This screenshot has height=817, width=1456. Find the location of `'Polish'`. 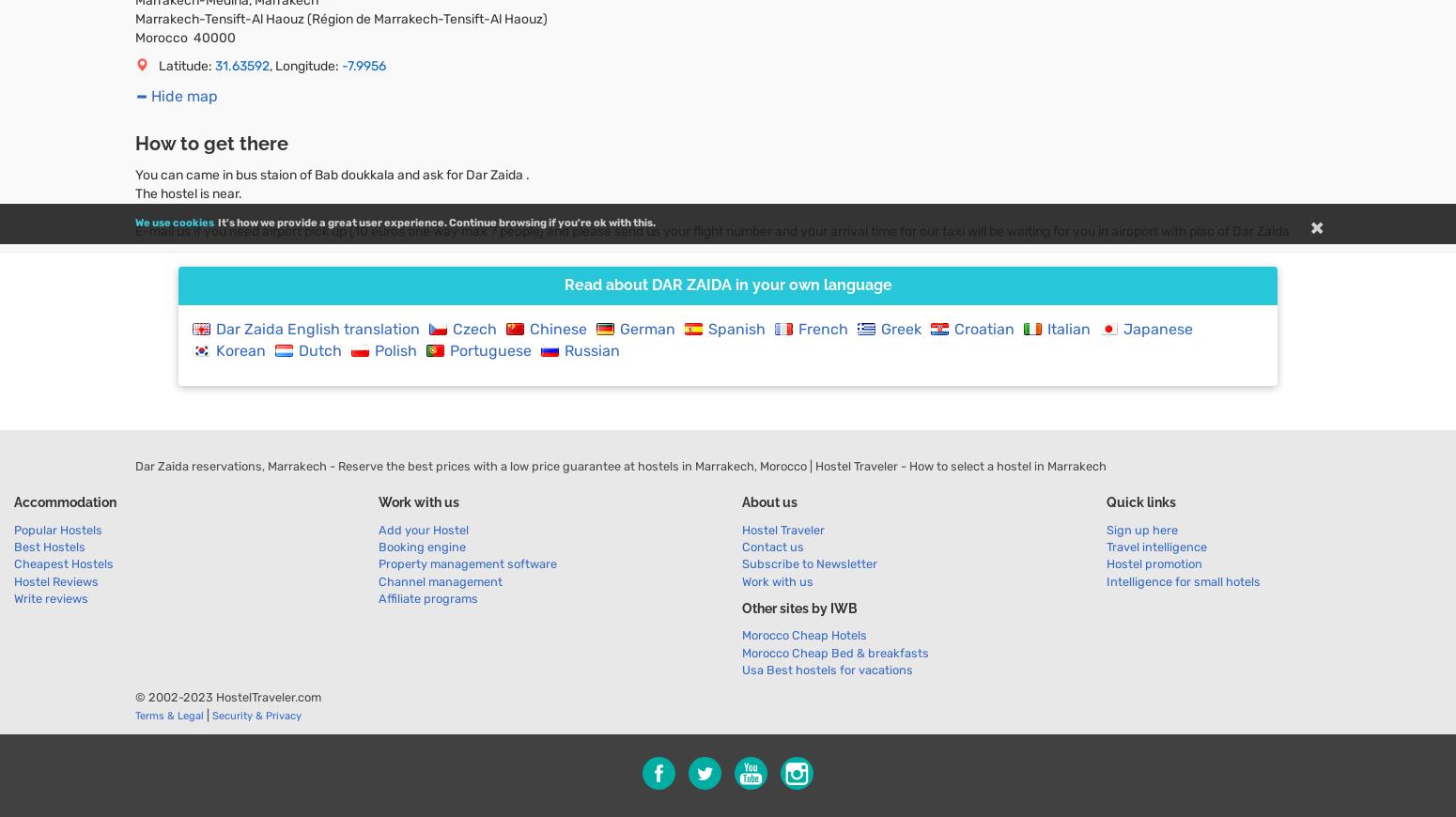

'Polish' is located at coordinates (395, 349).